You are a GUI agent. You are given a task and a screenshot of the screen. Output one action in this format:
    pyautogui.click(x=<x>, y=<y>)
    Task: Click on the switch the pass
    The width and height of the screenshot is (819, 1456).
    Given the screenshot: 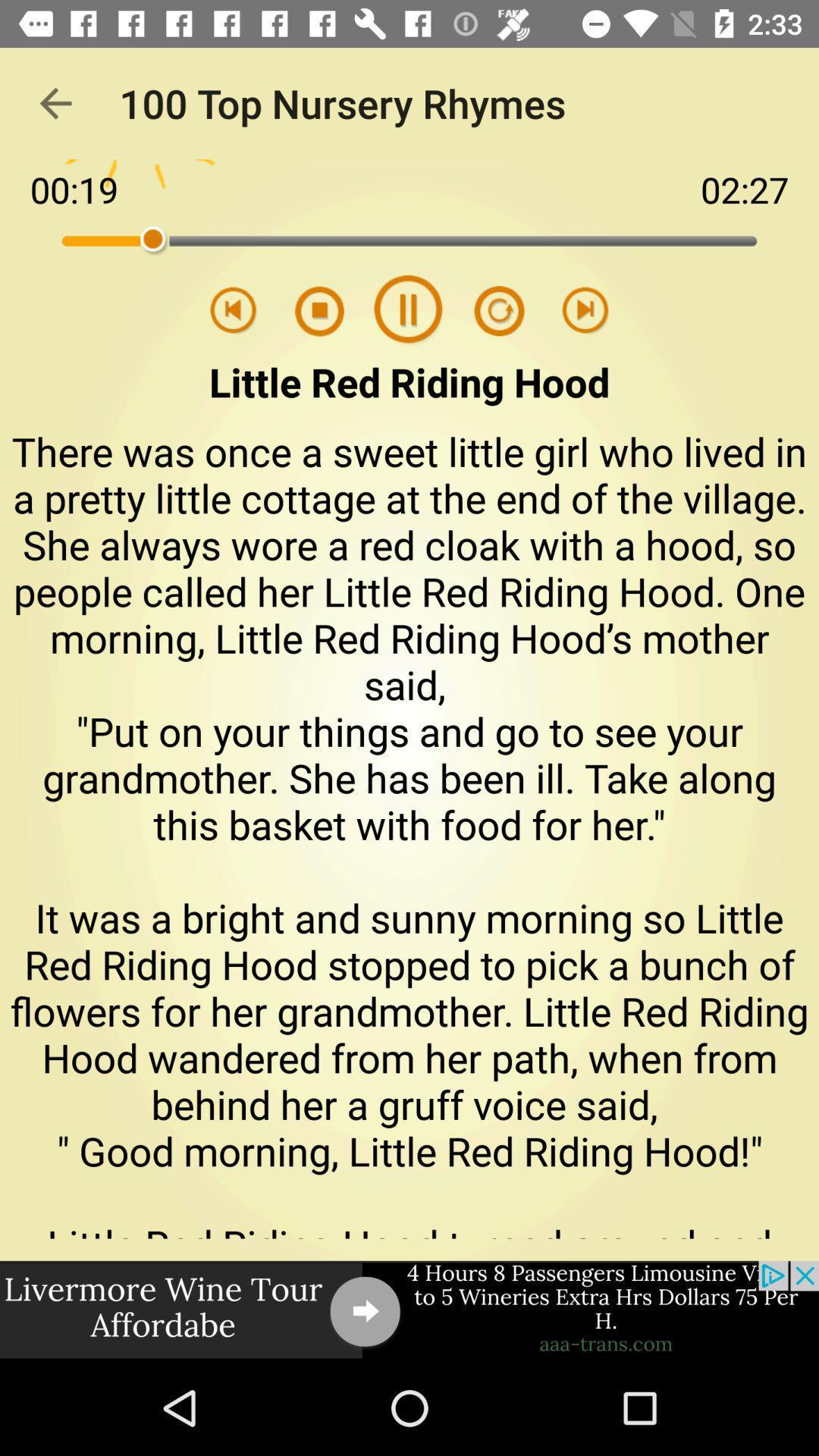 What is the action you would take?
    pyautogui.click(x=328, y=310)
    